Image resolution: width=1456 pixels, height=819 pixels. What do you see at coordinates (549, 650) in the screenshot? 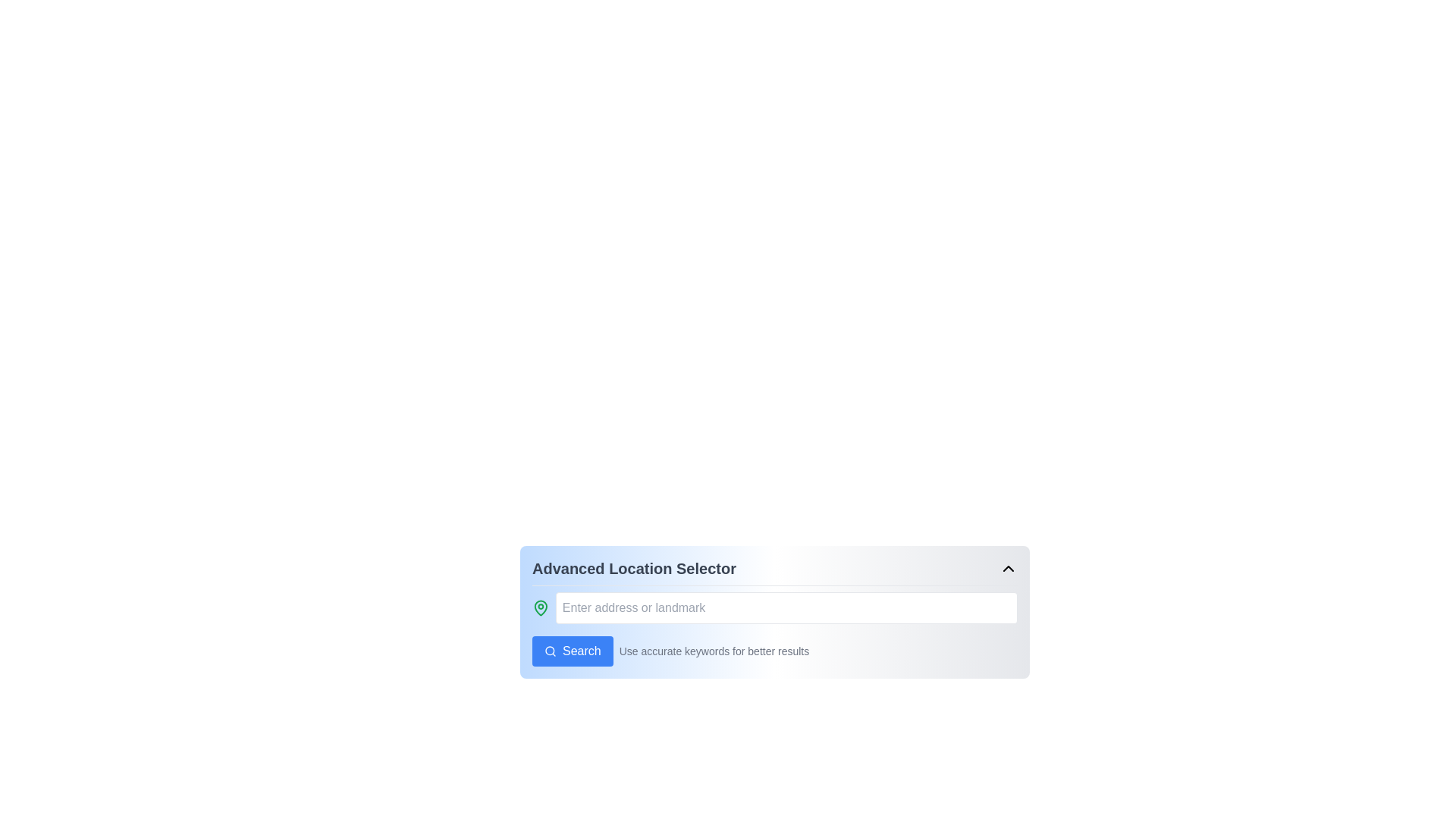
I see `the decorative circular lens of the magnifying glass icon within the blue 'Search' button, which is located on the left side of the interface` at bounding box center [549, 650].